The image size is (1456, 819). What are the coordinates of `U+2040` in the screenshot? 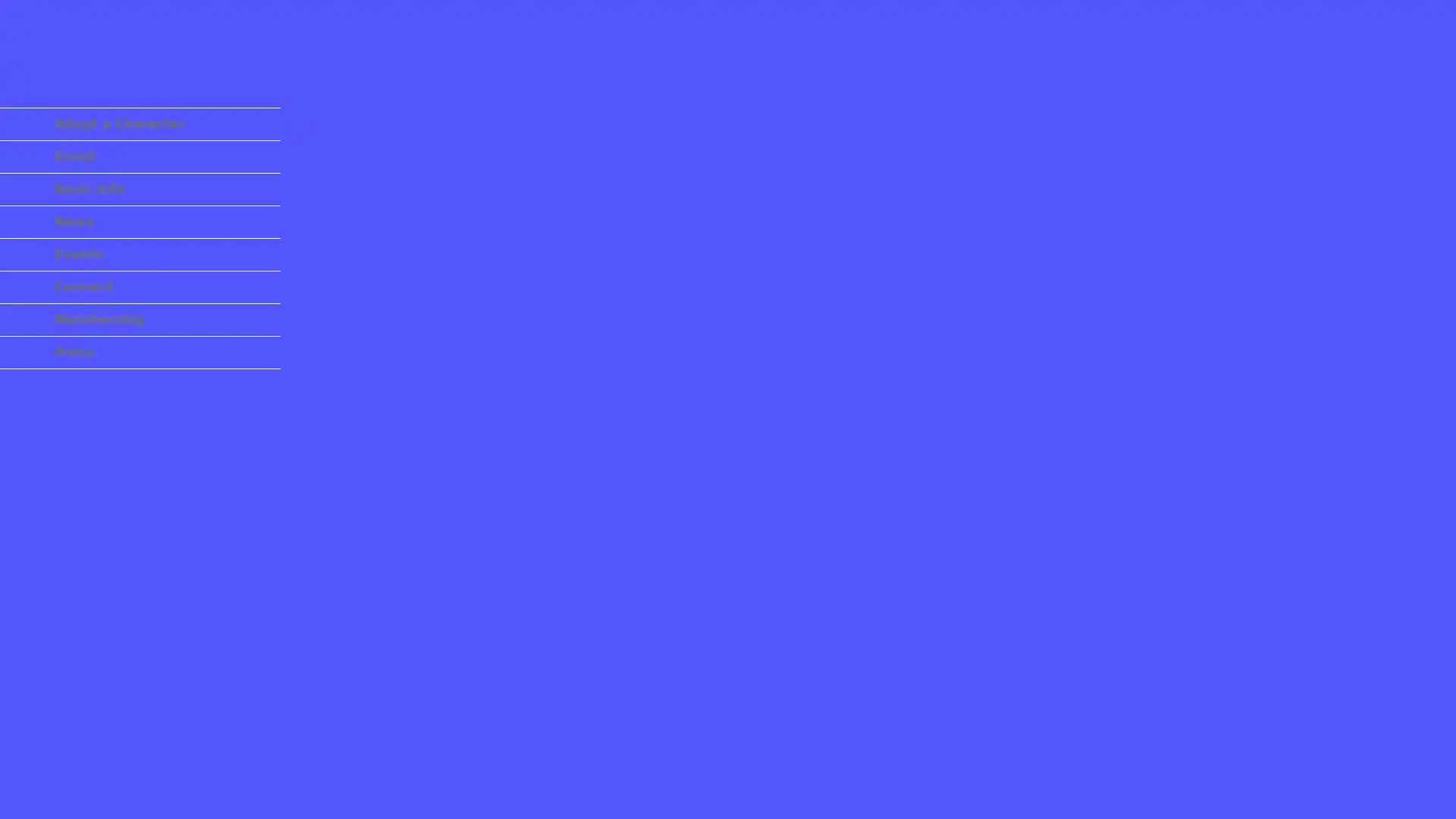 It's located at (570, 412).